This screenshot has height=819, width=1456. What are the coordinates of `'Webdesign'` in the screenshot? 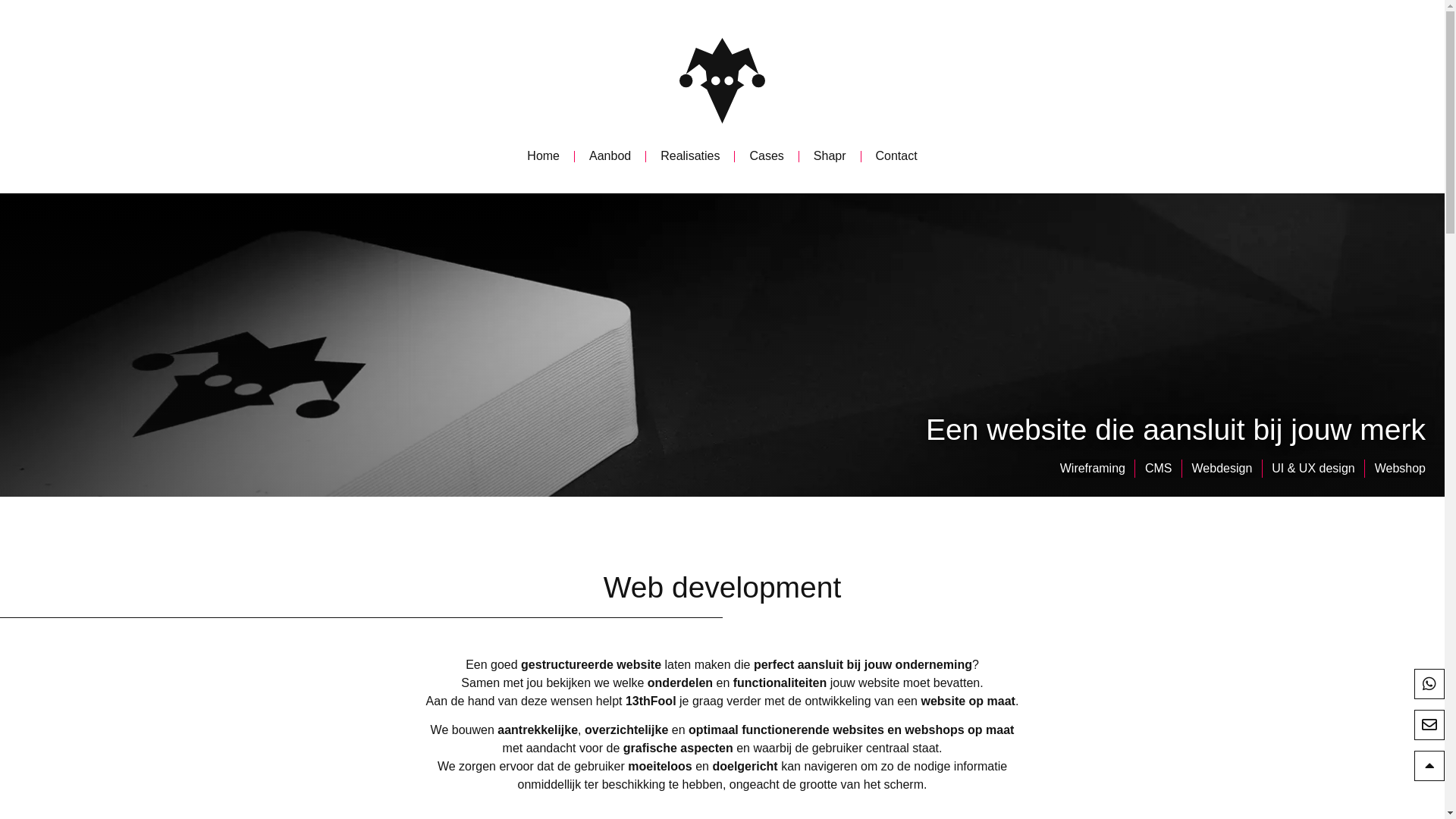 It's located at (1222, 467).